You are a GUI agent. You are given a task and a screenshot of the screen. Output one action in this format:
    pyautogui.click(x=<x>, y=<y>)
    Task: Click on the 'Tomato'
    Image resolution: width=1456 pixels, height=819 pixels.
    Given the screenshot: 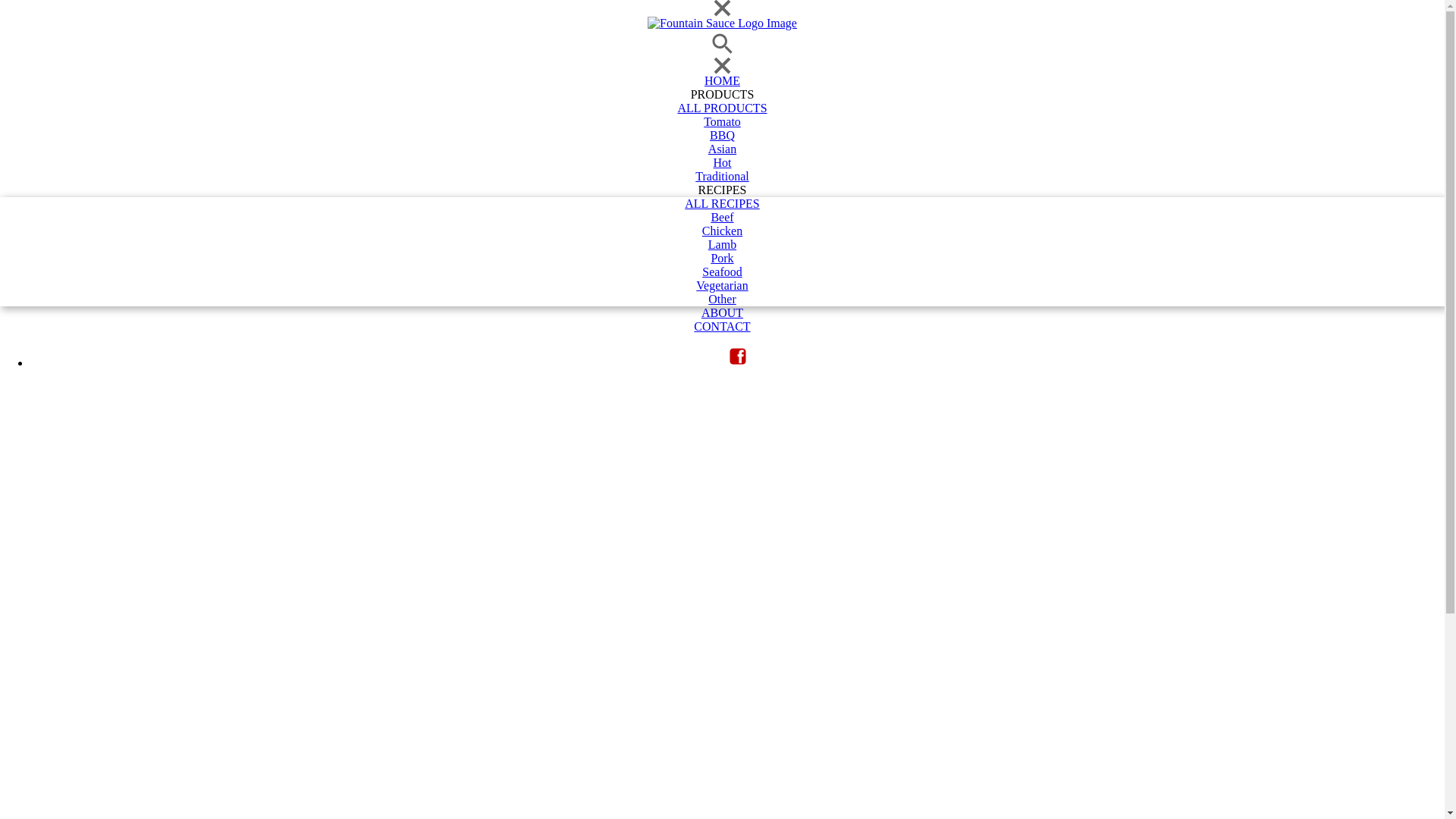 What is the action you would take?
    pyautogui.click(x=721, y=121)
    